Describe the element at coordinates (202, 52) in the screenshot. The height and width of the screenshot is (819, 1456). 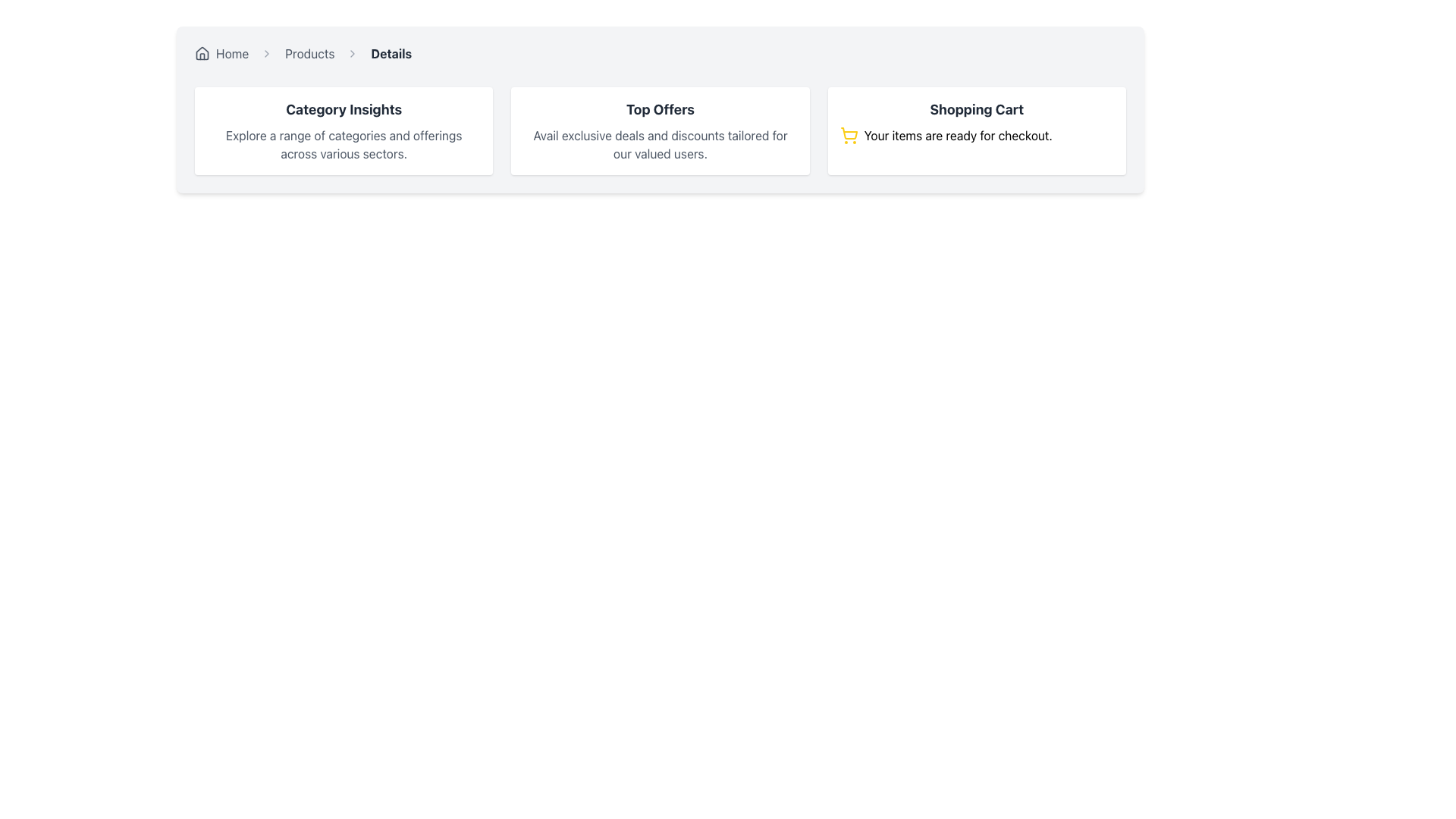
I see `the 'Home' icon located near the top-left corner of the interface` at that location.